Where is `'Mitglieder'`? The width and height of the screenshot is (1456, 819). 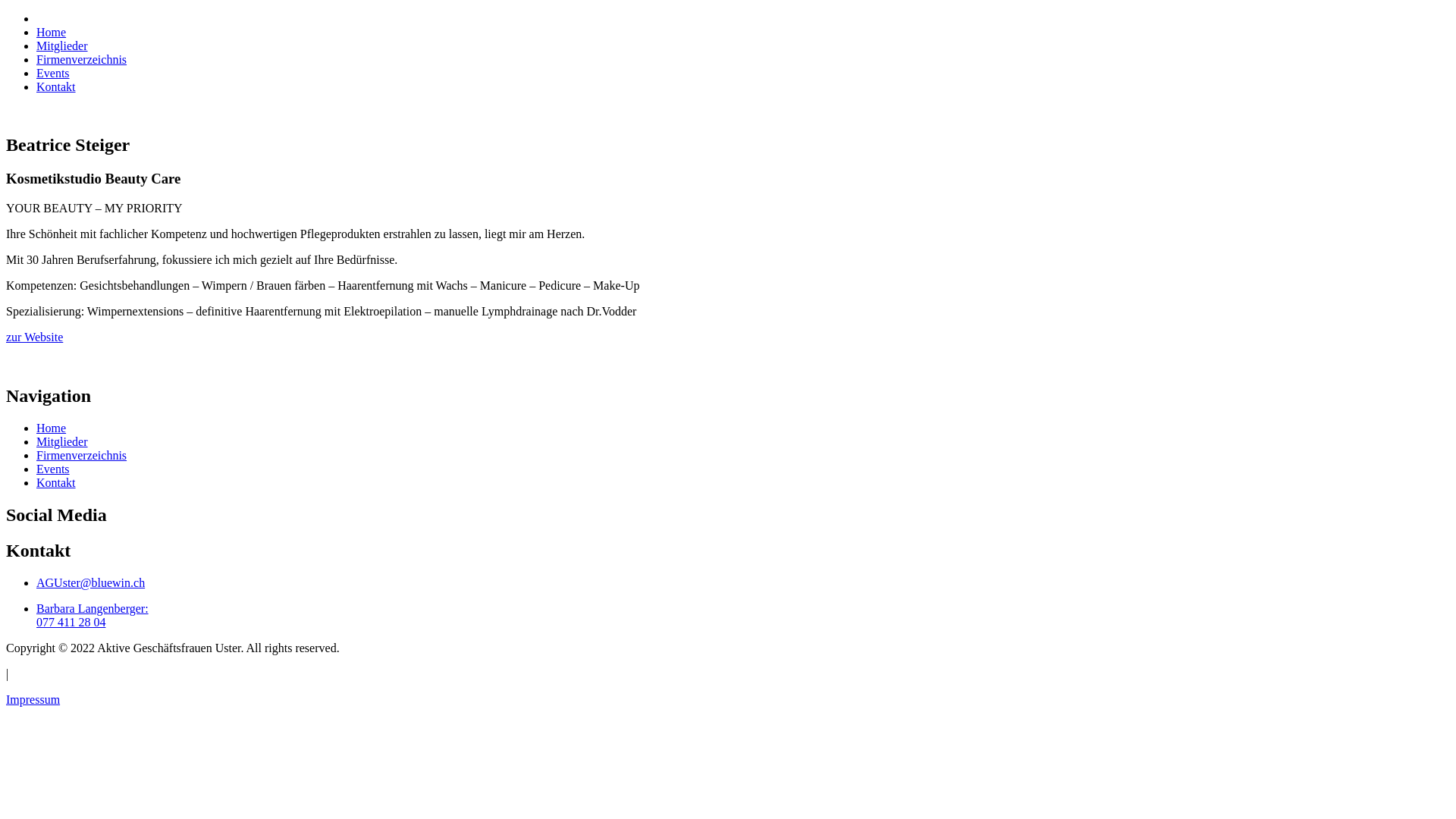 'Mitglieder' is located at coordinates (61, 45).